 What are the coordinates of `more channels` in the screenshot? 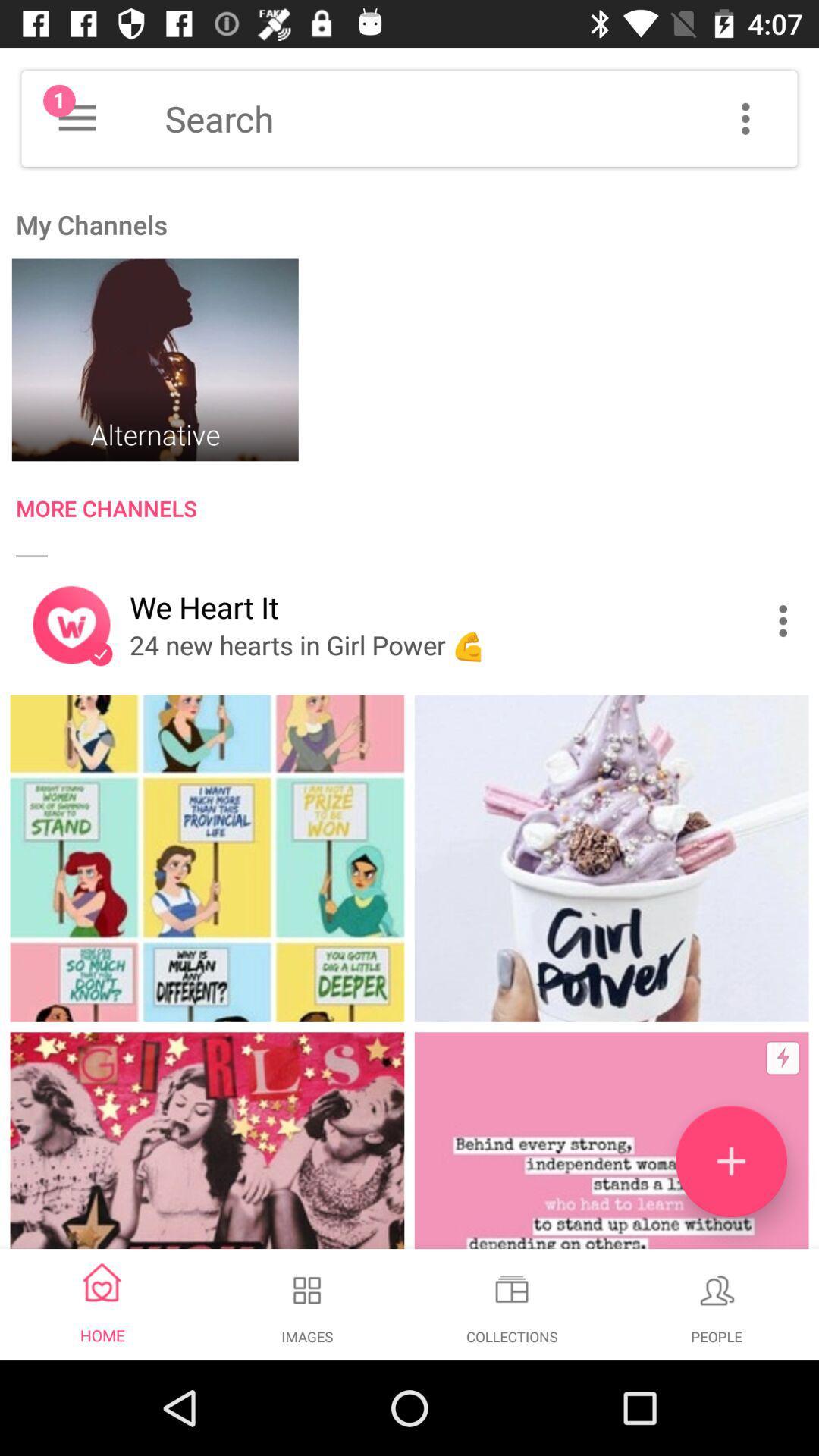 It's located at (417, 512).